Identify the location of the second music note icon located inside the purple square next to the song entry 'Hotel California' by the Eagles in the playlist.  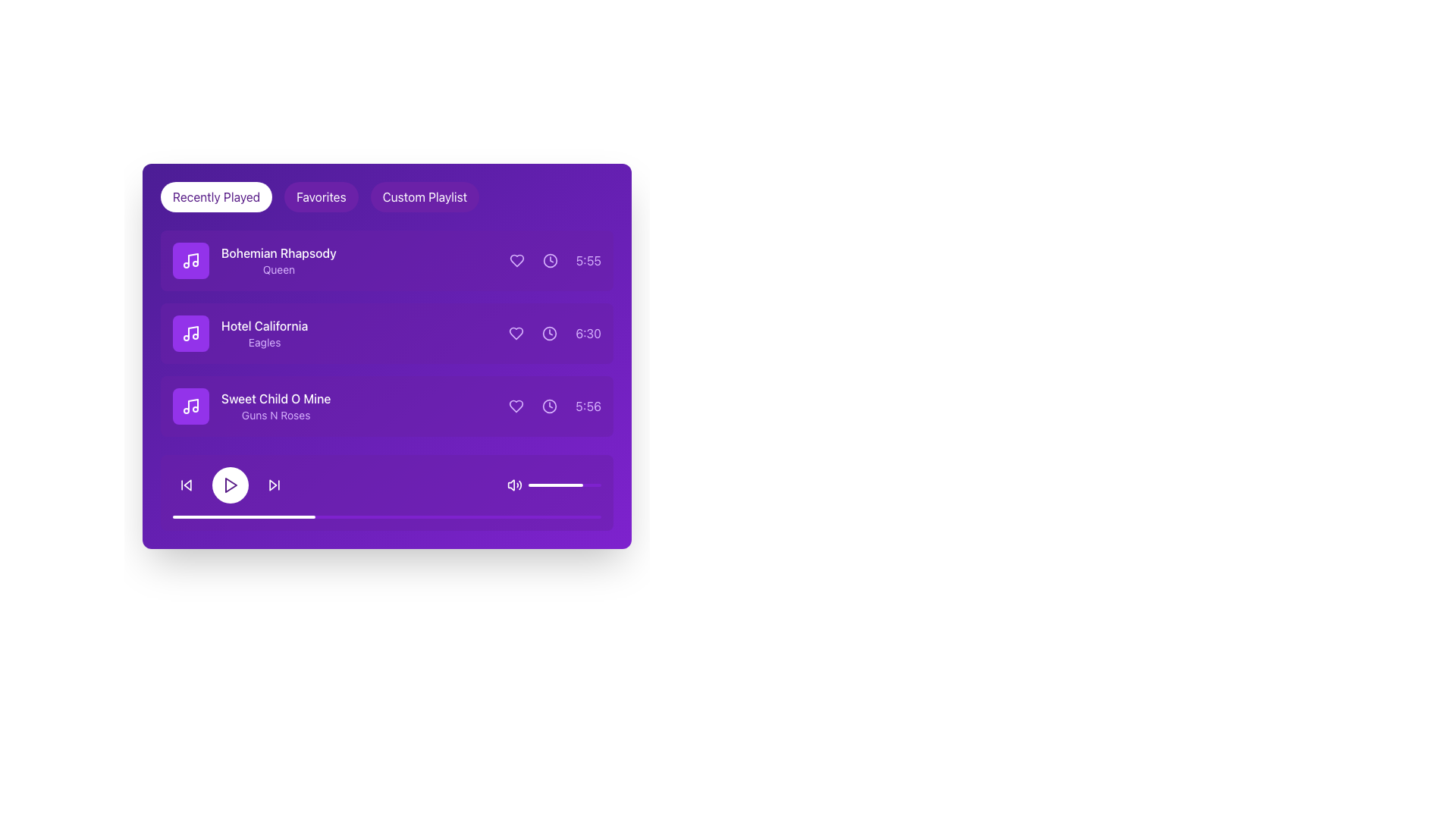
(190, 332).